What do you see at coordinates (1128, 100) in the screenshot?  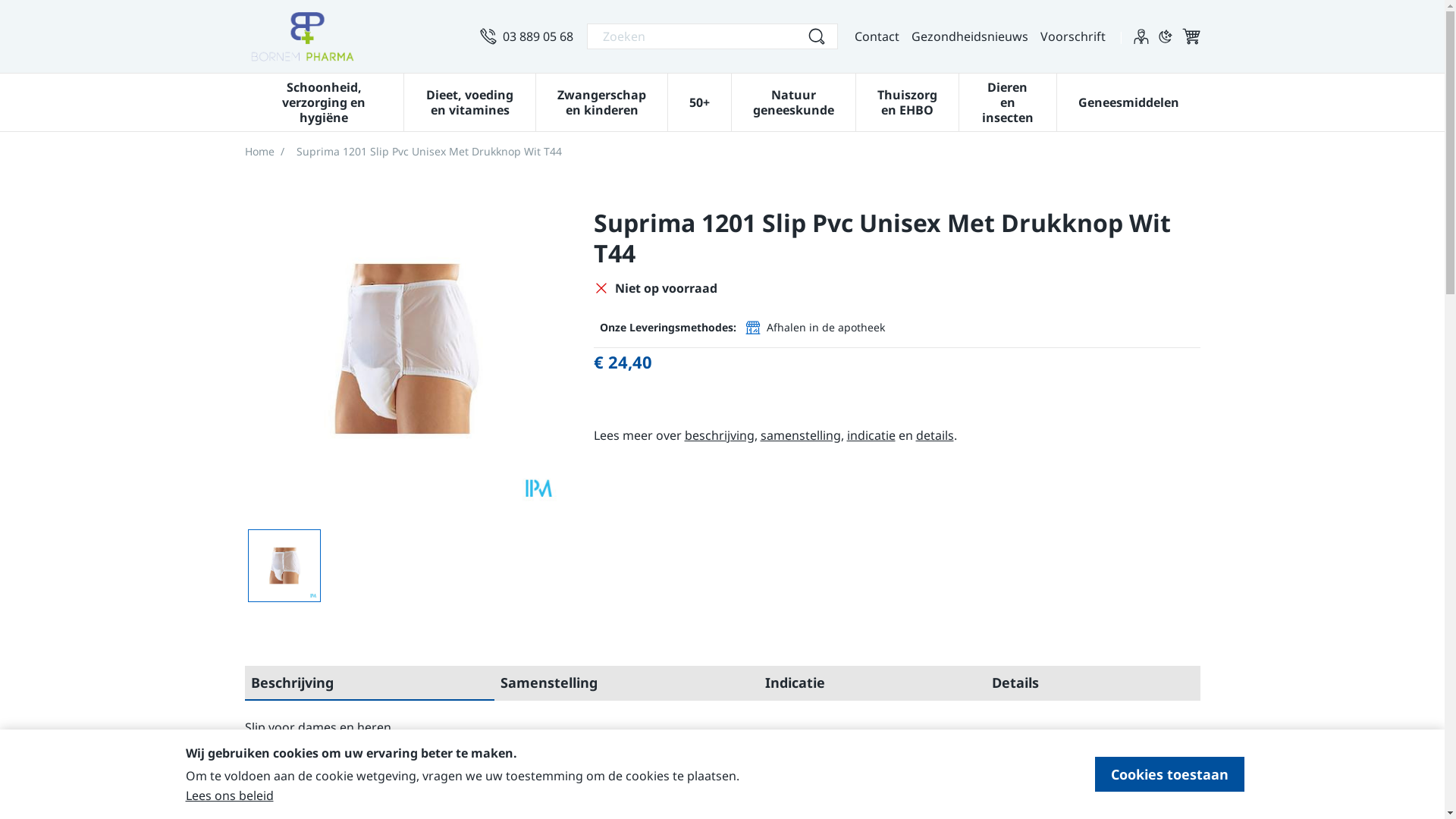 I see `'Geneesmiddelen'` at bounding box center [1128, 100].